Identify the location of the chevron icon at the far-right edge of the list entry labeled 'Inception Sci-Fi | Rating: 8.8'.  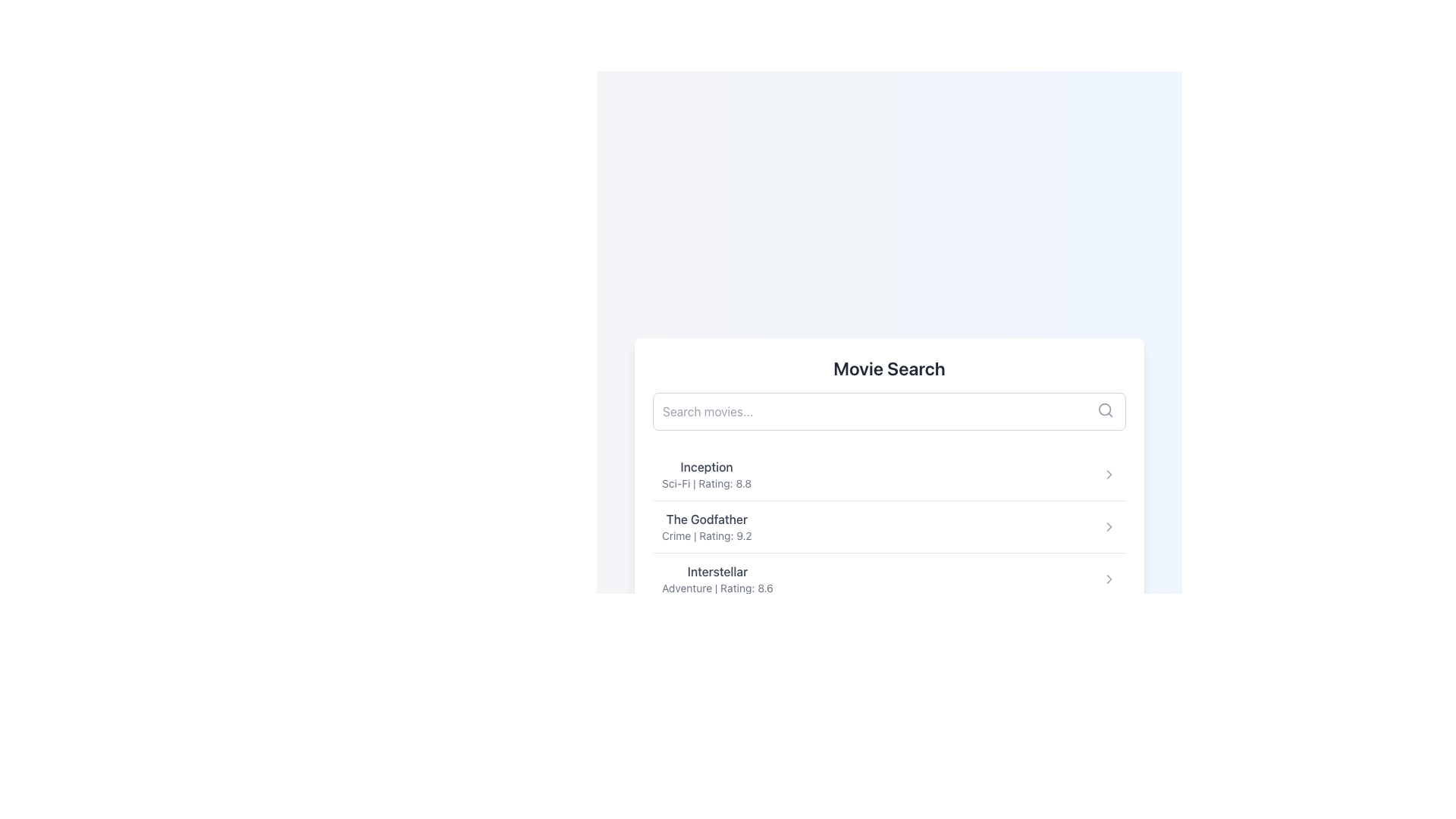
(1109, 473).